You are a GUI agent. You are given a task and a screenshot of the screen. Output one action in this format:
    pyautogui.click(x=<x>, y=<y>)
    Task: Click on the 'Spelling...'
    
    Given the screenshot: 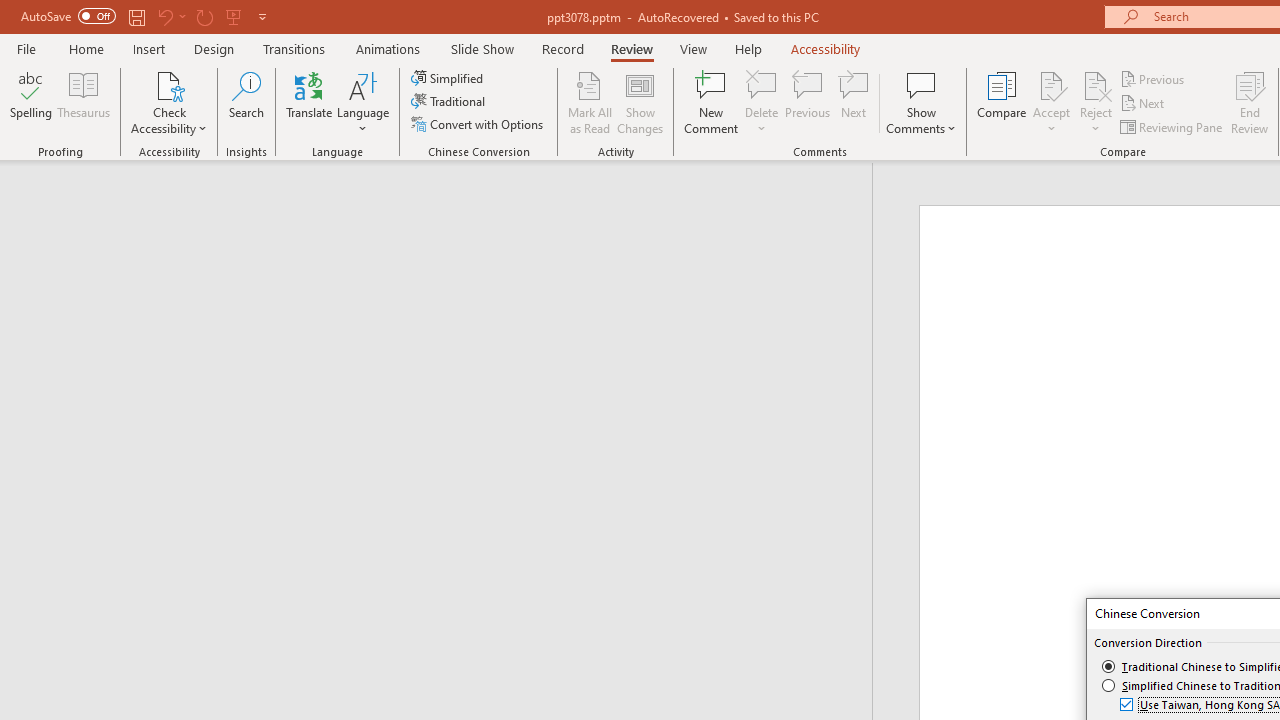 What is the action you would take?
    pyautogui.click(x=31, y=103)
    